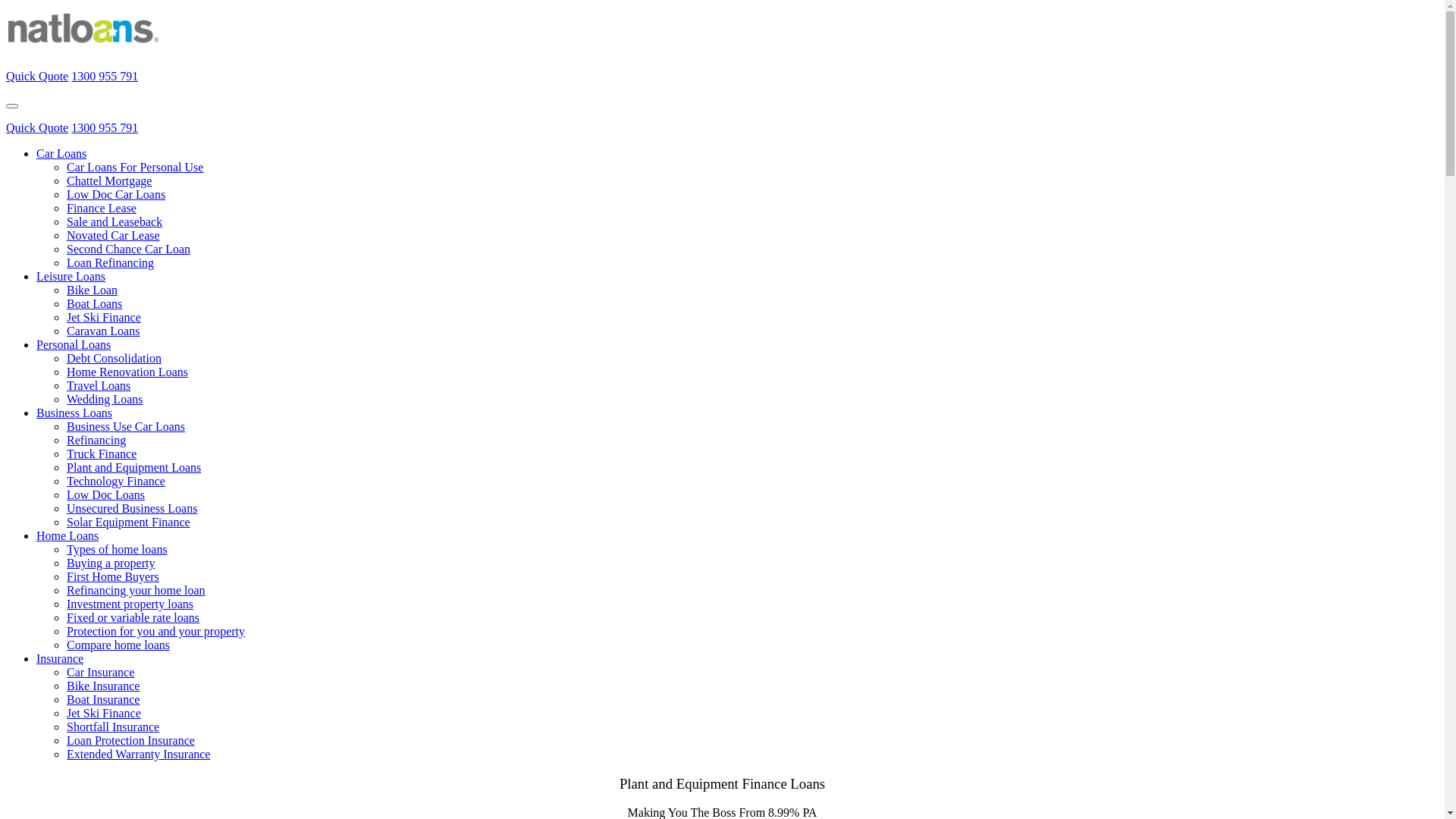 The height and width of the screenshot is (819, 1456). Describe the element at coordinates (109, 262) in the screenshot. I see `'Loan Refinancing'` at that location.